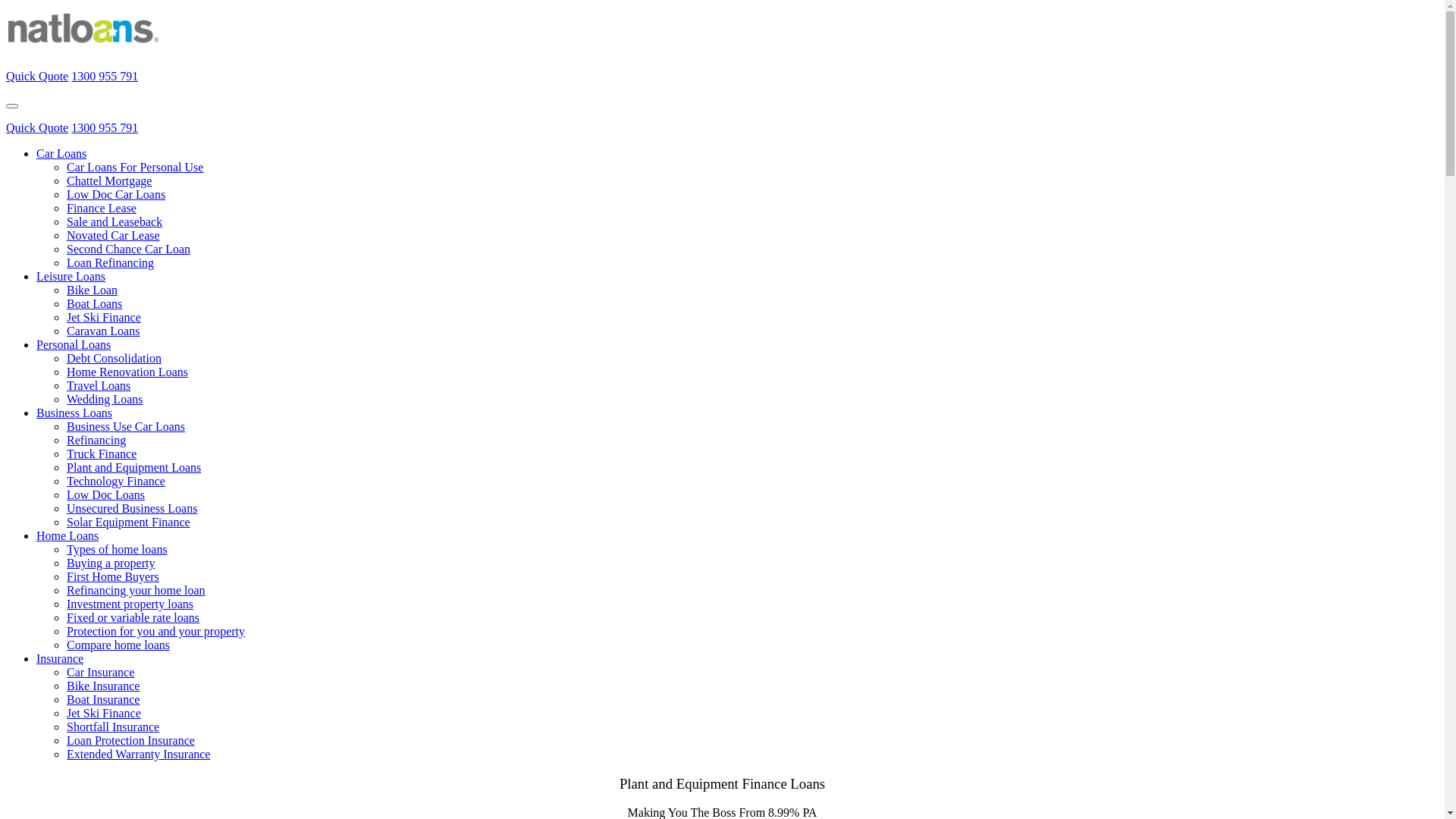 The height and width of the screenshot is (819, 1456). Describe the element at coordinates (109, 262) in the screenshot. I see `'Loan Refinancing'` at that location.